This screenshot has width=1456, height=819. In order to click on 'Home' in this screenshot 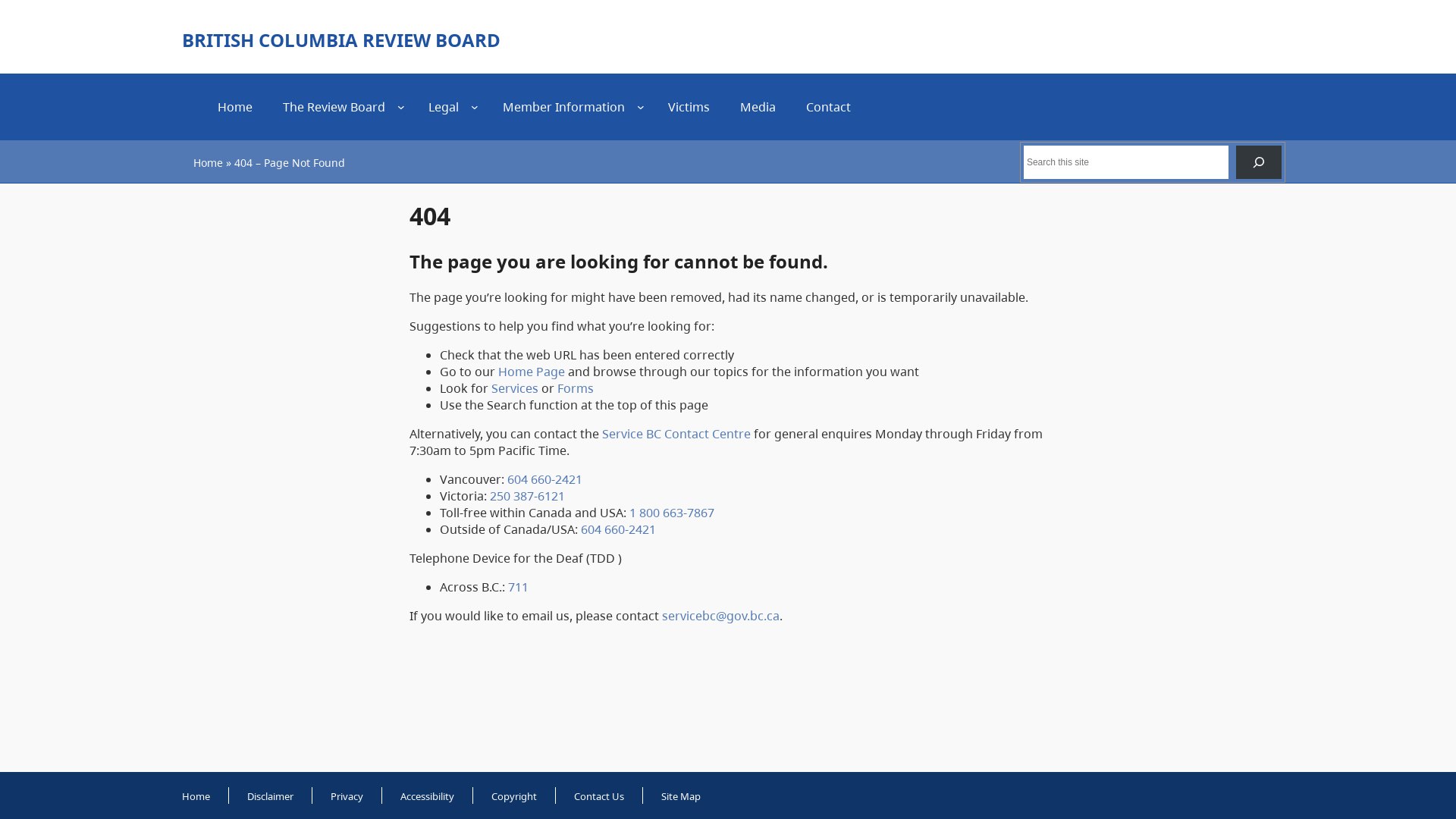, I will do `click(195, 795)`.